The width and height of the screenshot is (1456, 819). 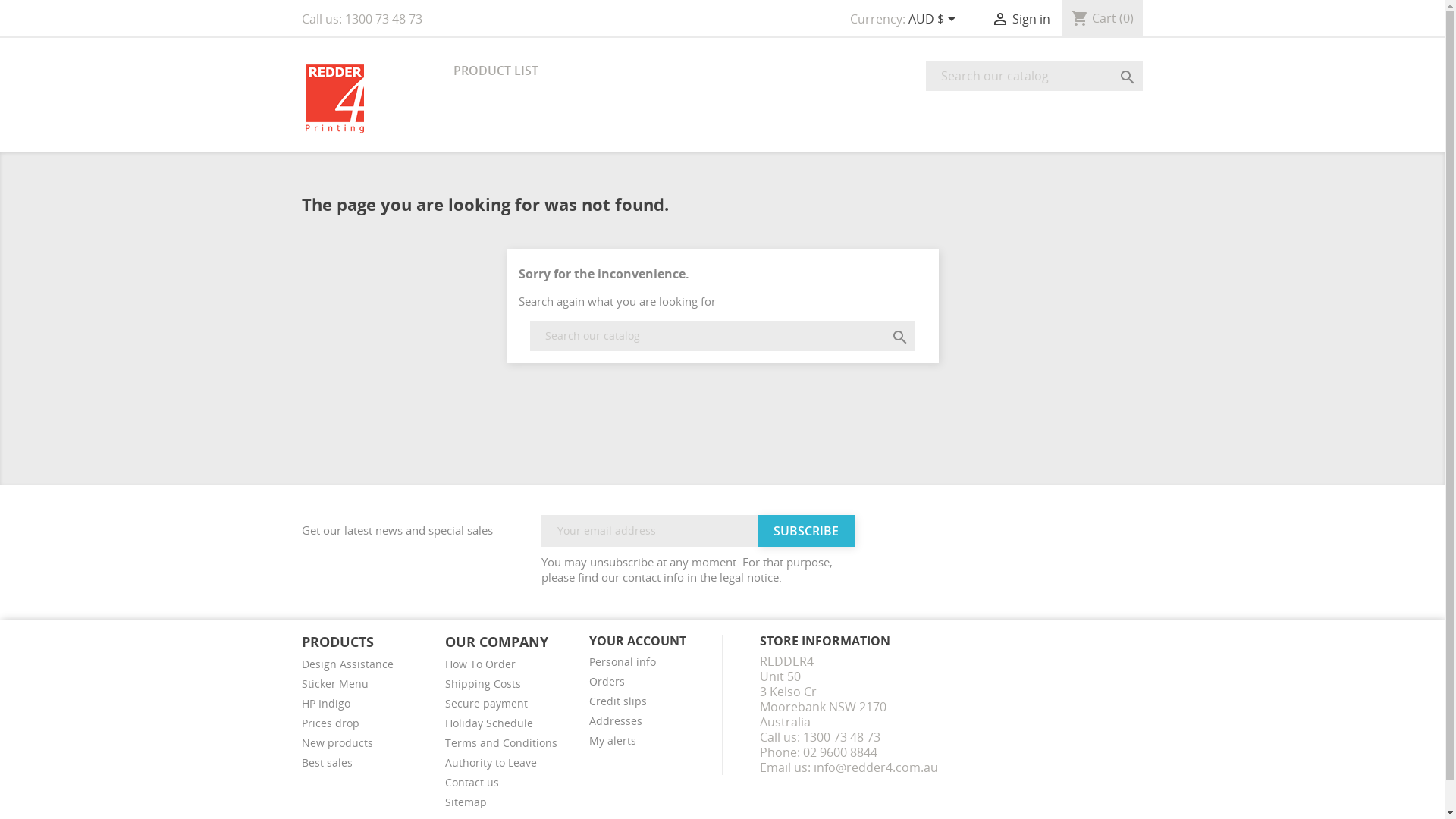 What do you see at coordinates (495, 71) in the screenshot?
I see `'PRODUCT LIST'` at bounding box center [495, 71].